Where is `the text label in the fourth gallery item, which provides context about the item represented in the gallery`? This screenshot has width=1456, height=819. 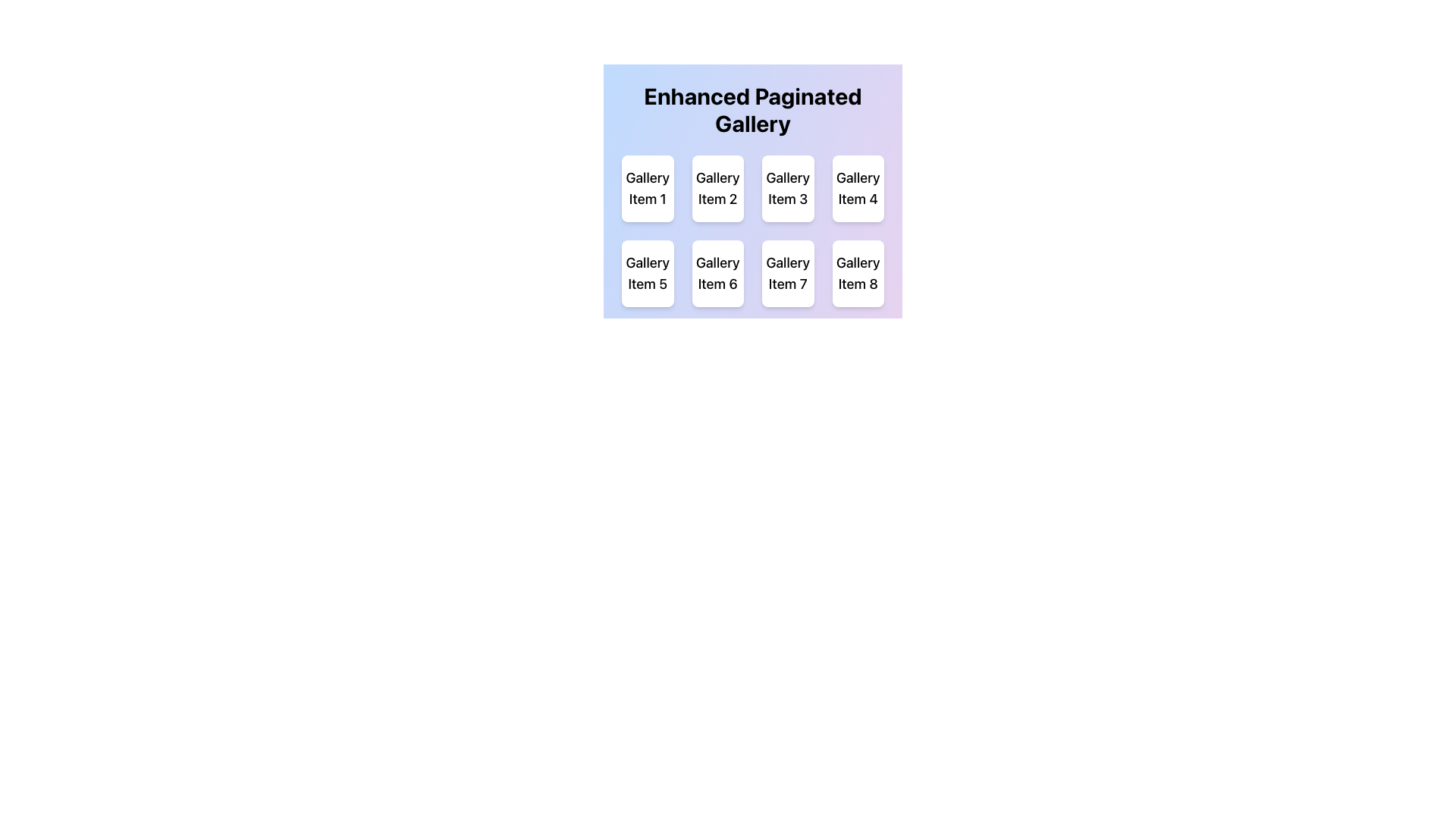 the text label in the fourth gallery item, which provides context about the item represented in the gallery is located at coordinates (858, 188).